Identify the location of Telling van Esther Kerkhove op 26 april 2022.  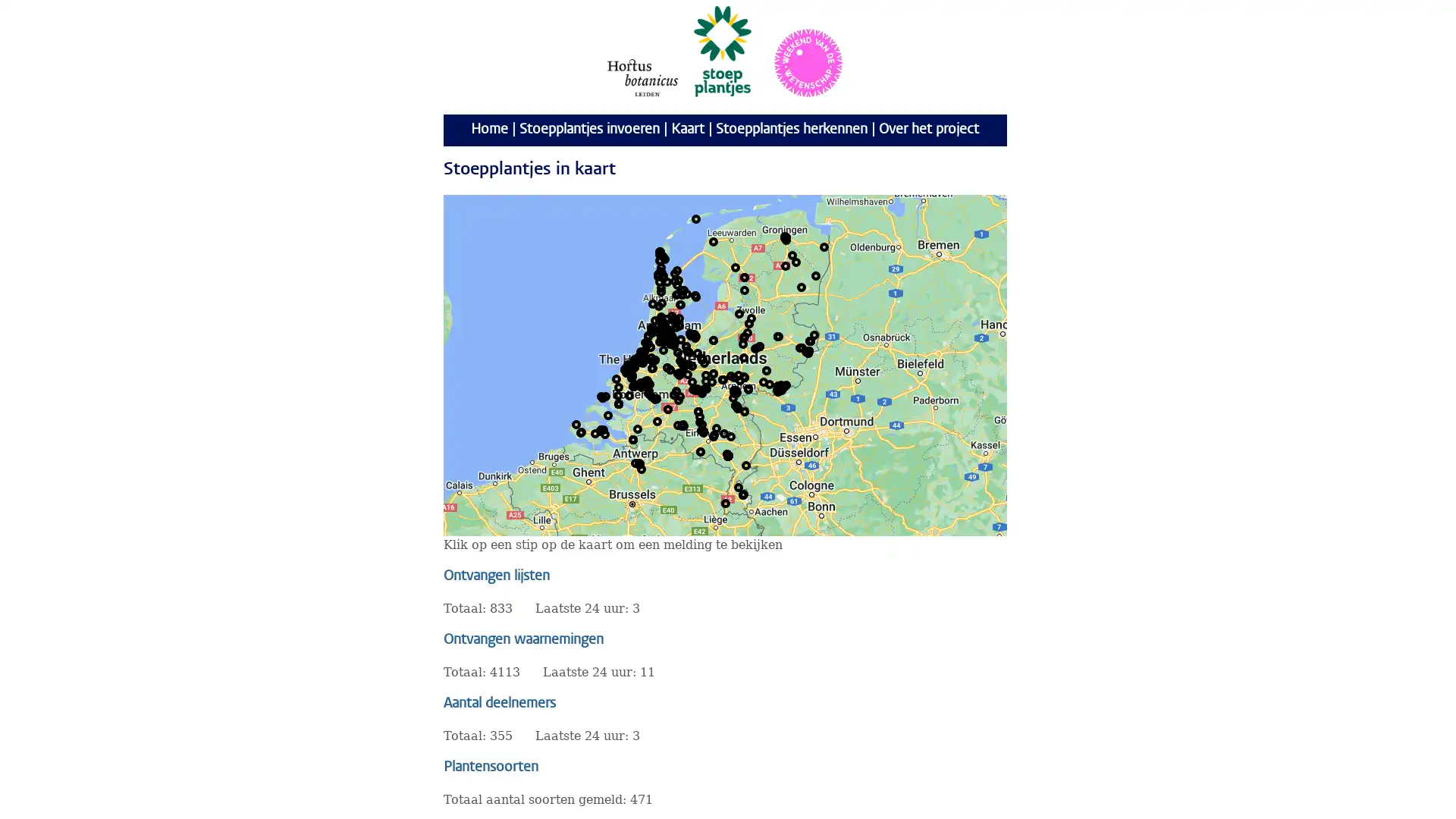
(644, 359).